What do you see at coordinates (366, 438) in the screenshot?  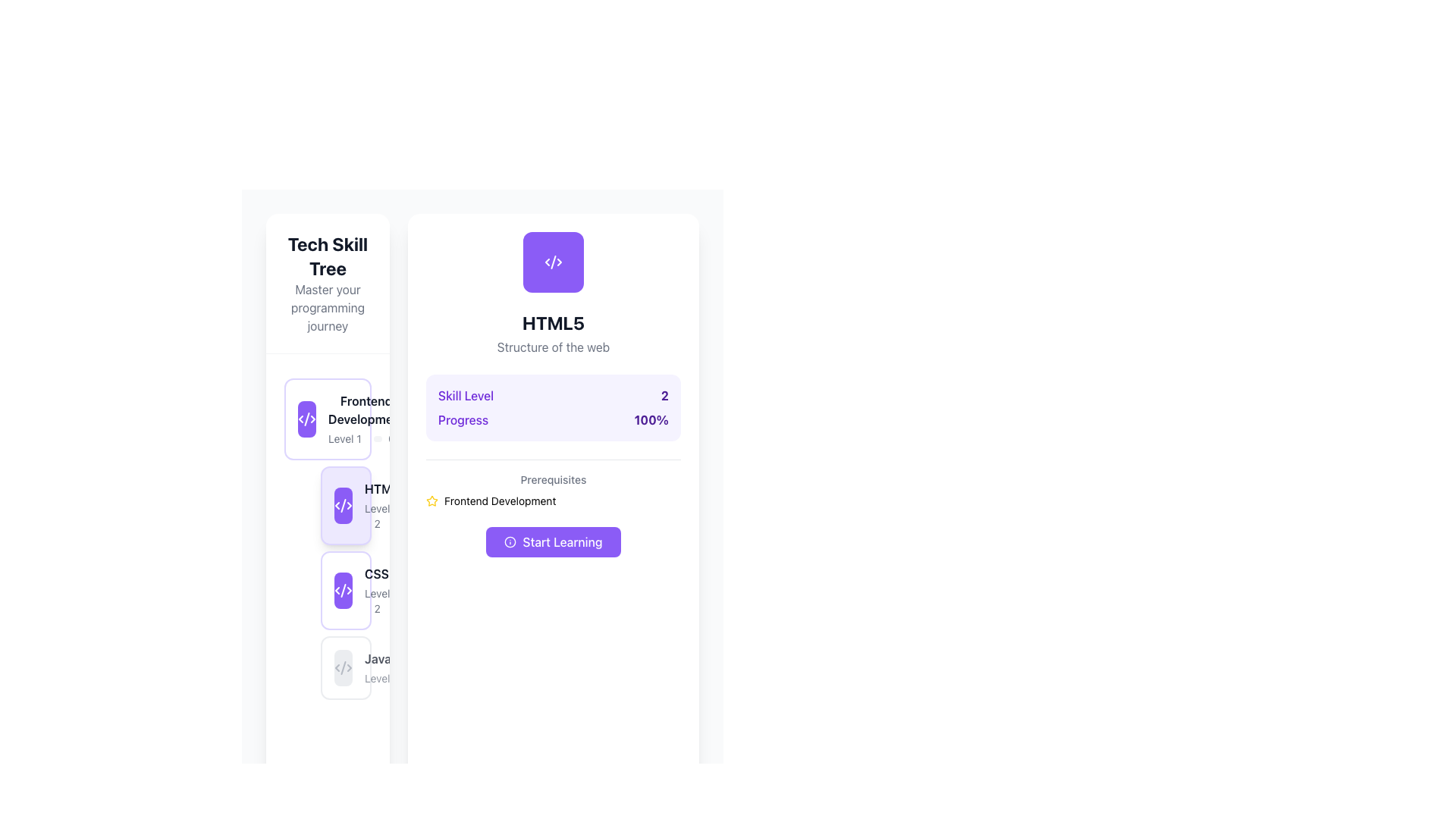 I see `the progress bar located in the content area of the 'Frontend Development' card to potentially interact or view progress details` at bounding box center [366, 438].